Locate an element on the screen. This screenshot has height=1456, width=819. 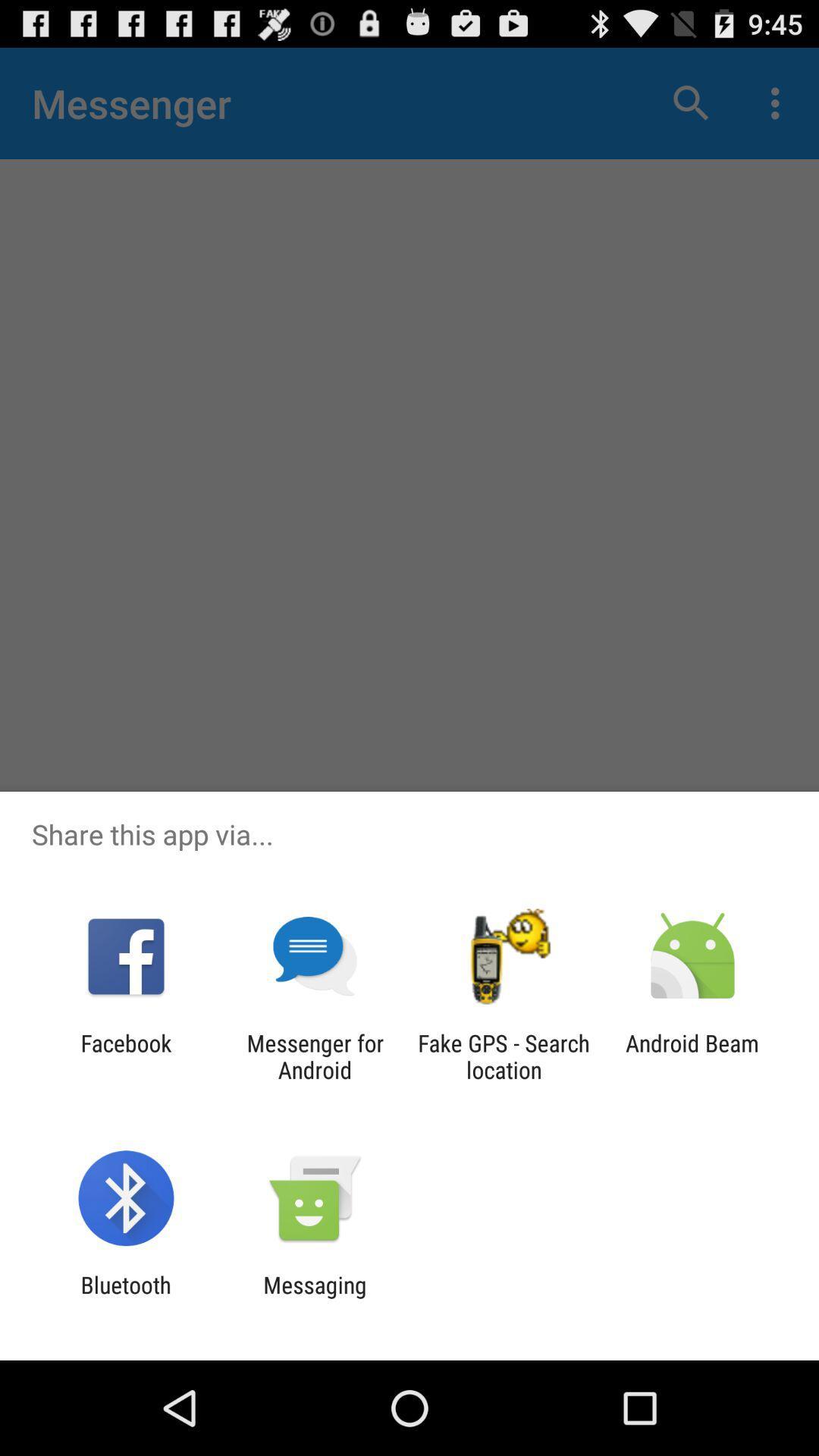
the item next to the bluetooth is located at coordinates (314, 1298).